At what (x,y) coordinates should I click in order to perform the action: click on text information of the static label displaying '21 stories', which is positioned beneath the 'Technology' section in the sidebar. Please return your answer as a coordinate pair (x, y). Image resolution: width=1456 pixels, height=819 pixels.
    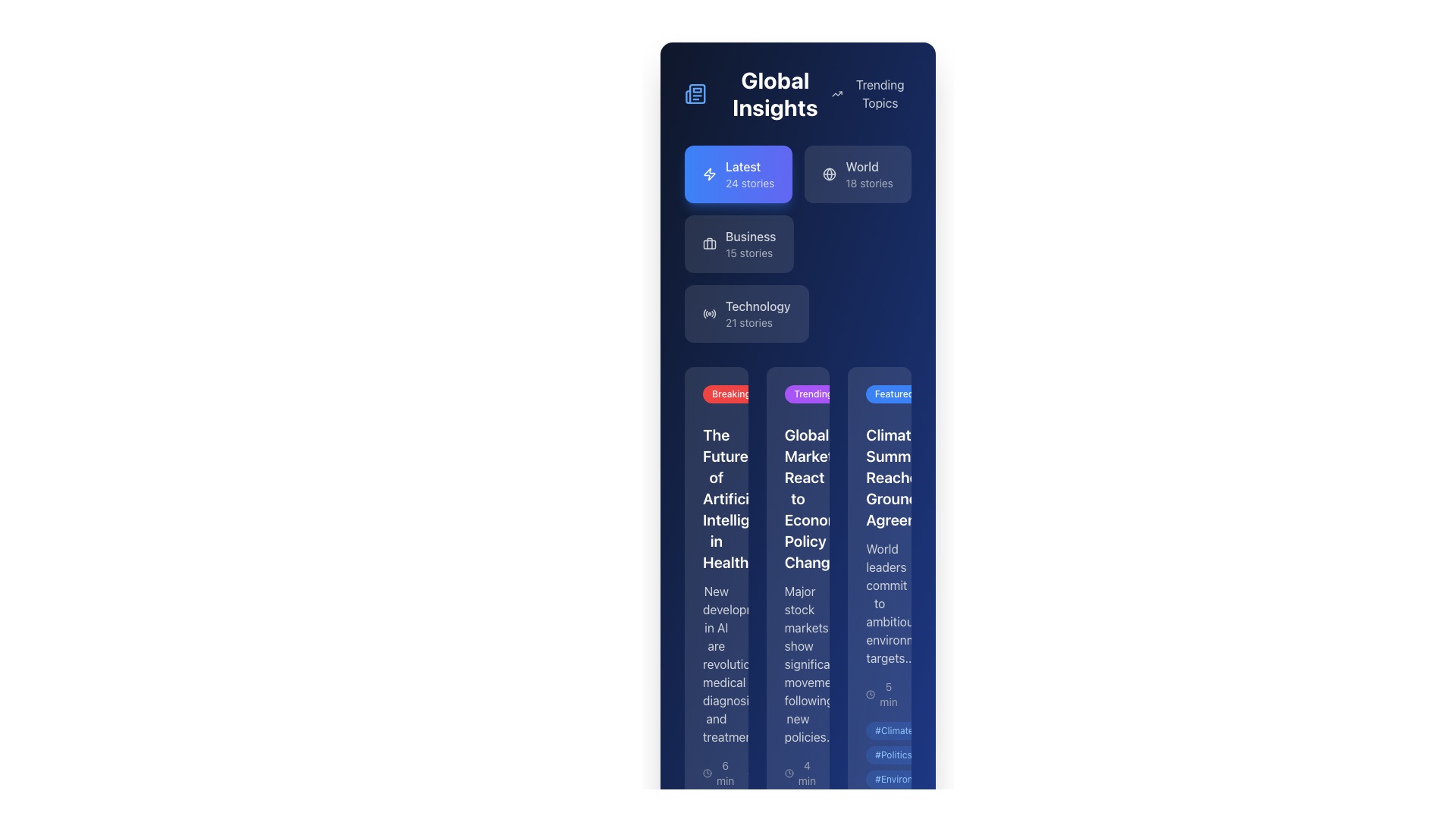
    Looking at the image, I should click on (758, 322).